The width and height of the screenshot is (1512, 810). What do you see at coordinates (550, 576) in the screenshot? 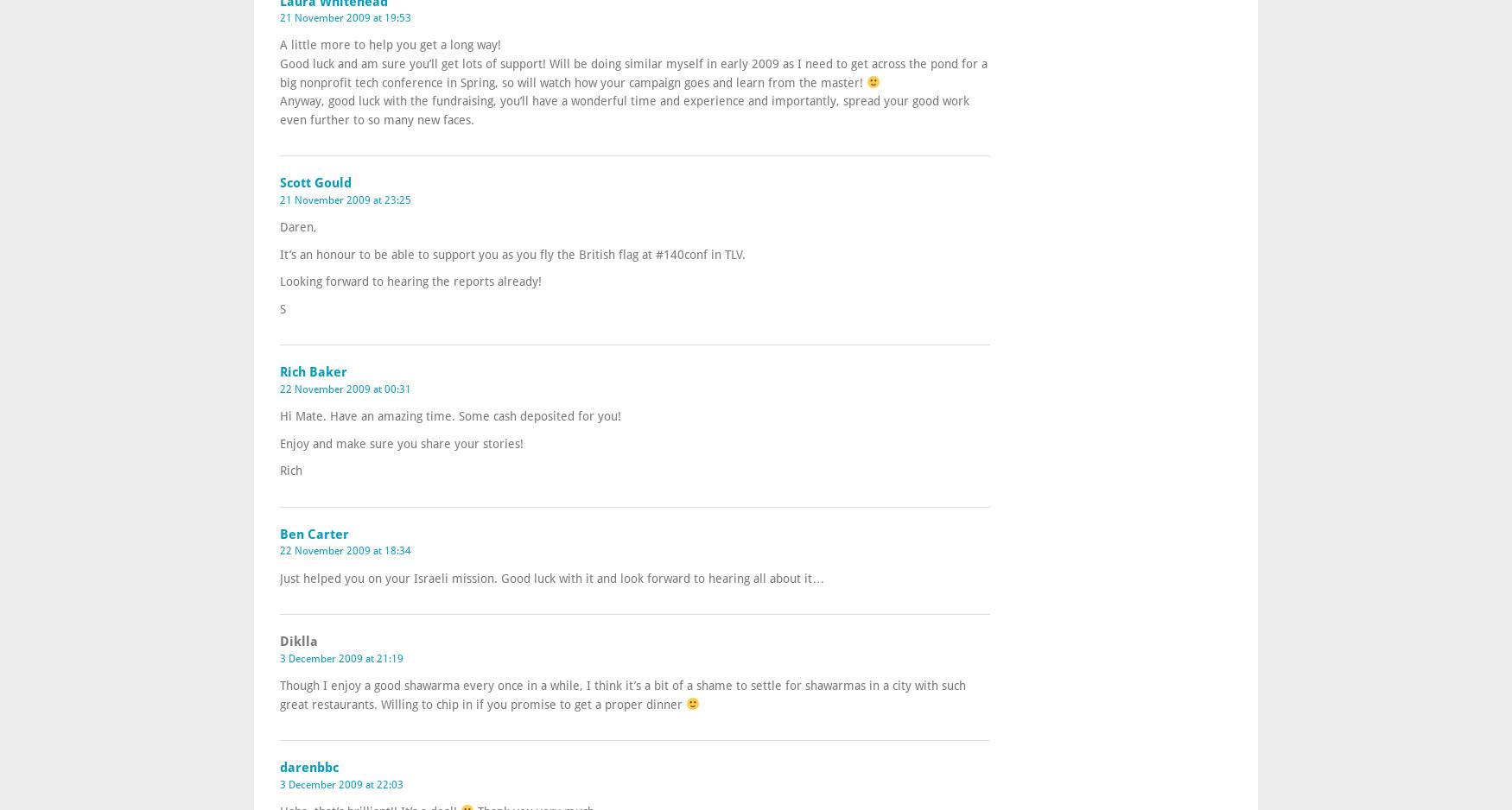
I see `'Just helped you on your Israeli mission. Good luck with it and look forward to hearing all about it…'` at bounding box center [550, 576].